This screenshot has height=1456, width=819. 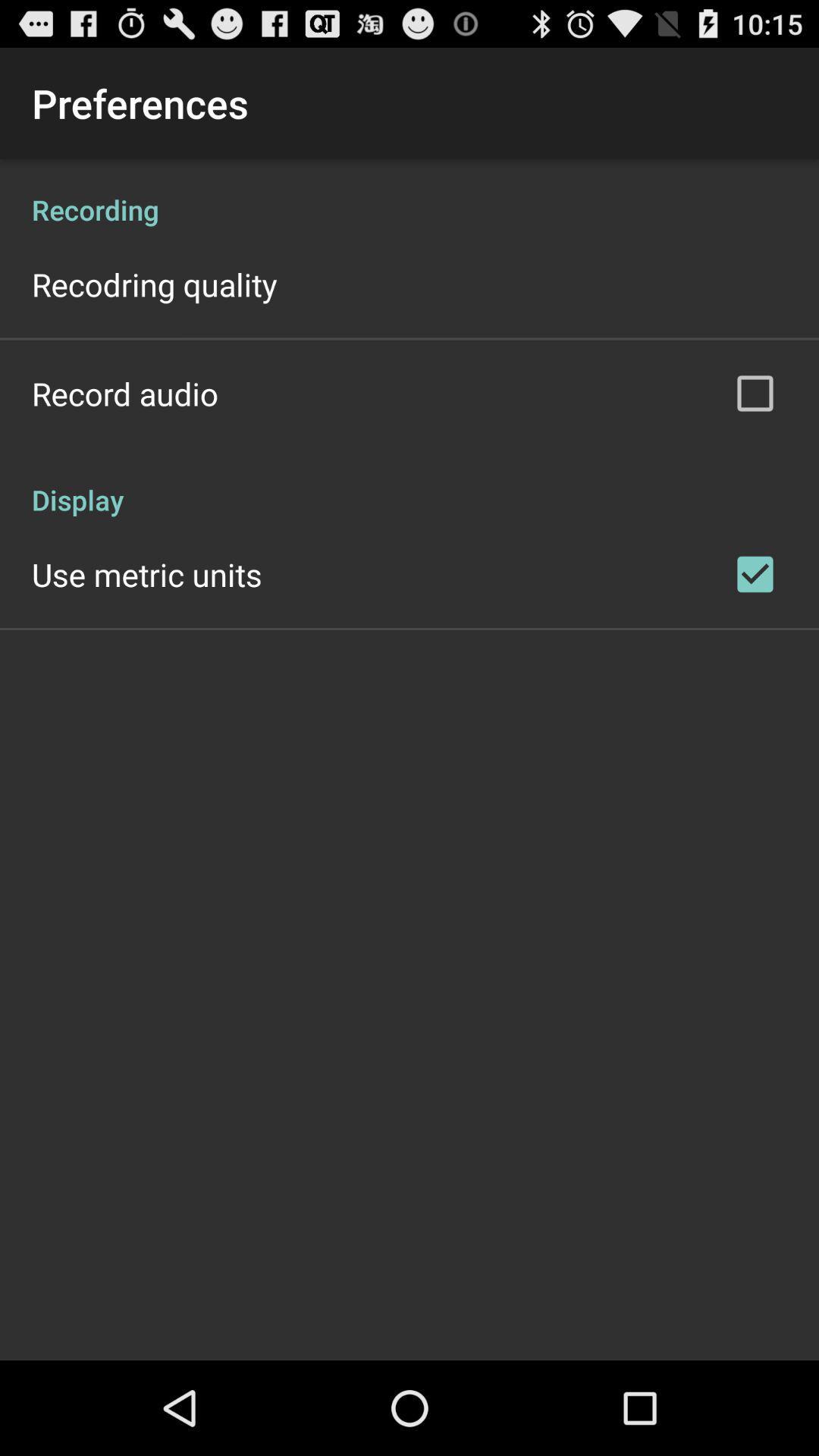 I want to click on the icon on the left, so click(x=146, y=573).